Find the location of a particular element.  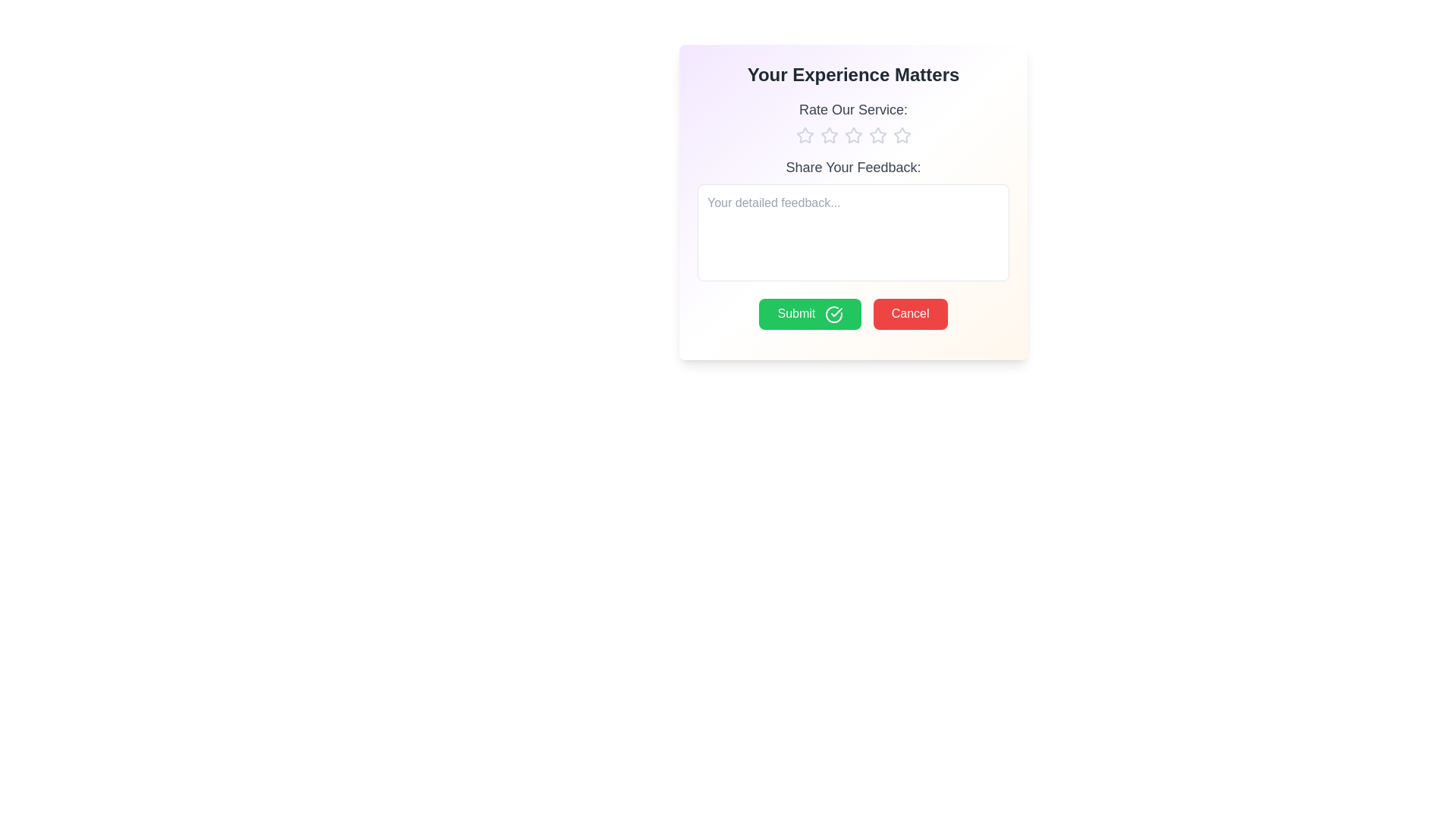

the textarea and type the feedback 'This is my feedback' is located at coordinates (853, 233).